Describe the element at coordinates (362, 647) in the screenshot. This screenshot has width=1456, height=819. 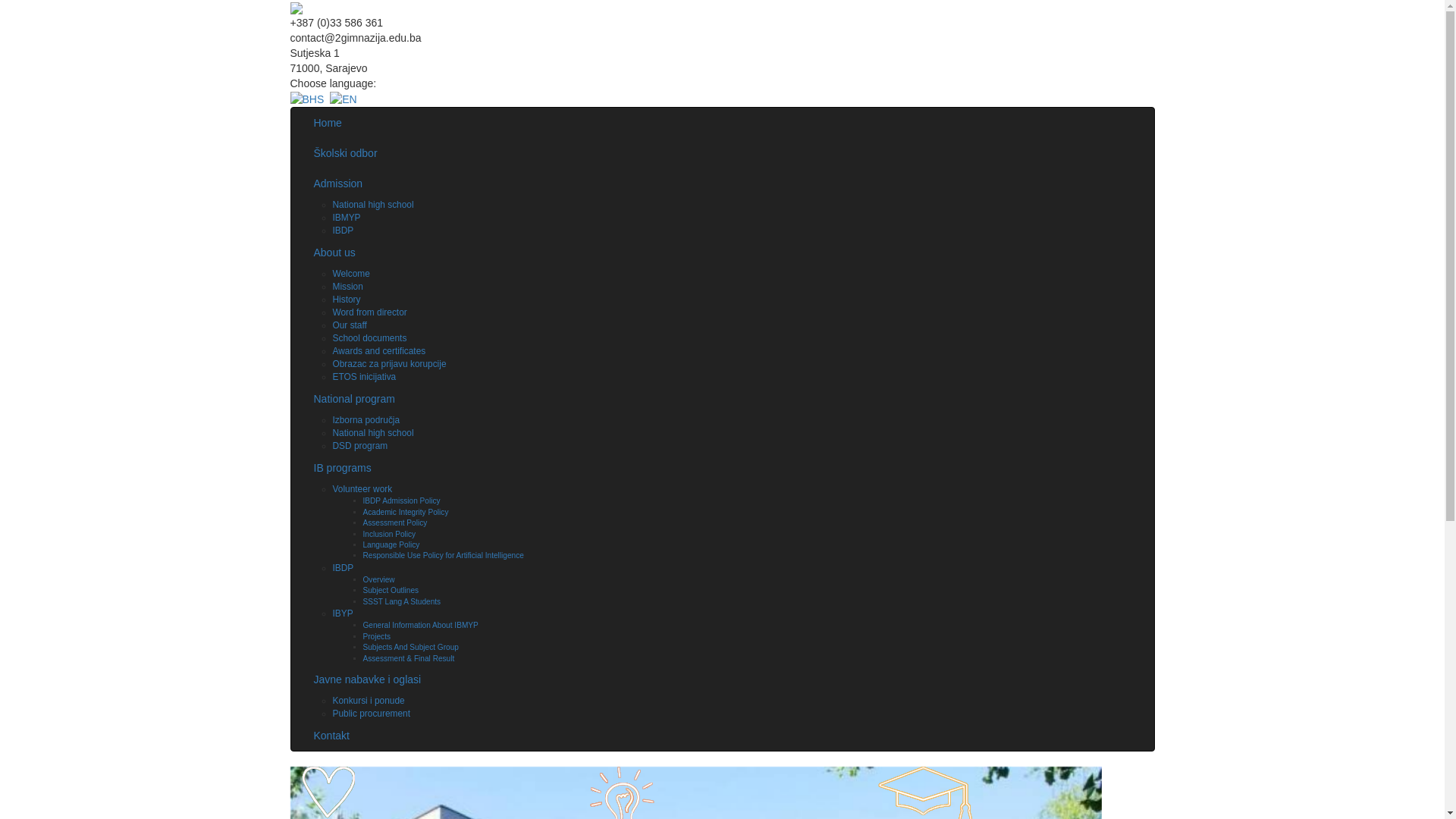
I see `'Subjects And Subject Group'` at that location.